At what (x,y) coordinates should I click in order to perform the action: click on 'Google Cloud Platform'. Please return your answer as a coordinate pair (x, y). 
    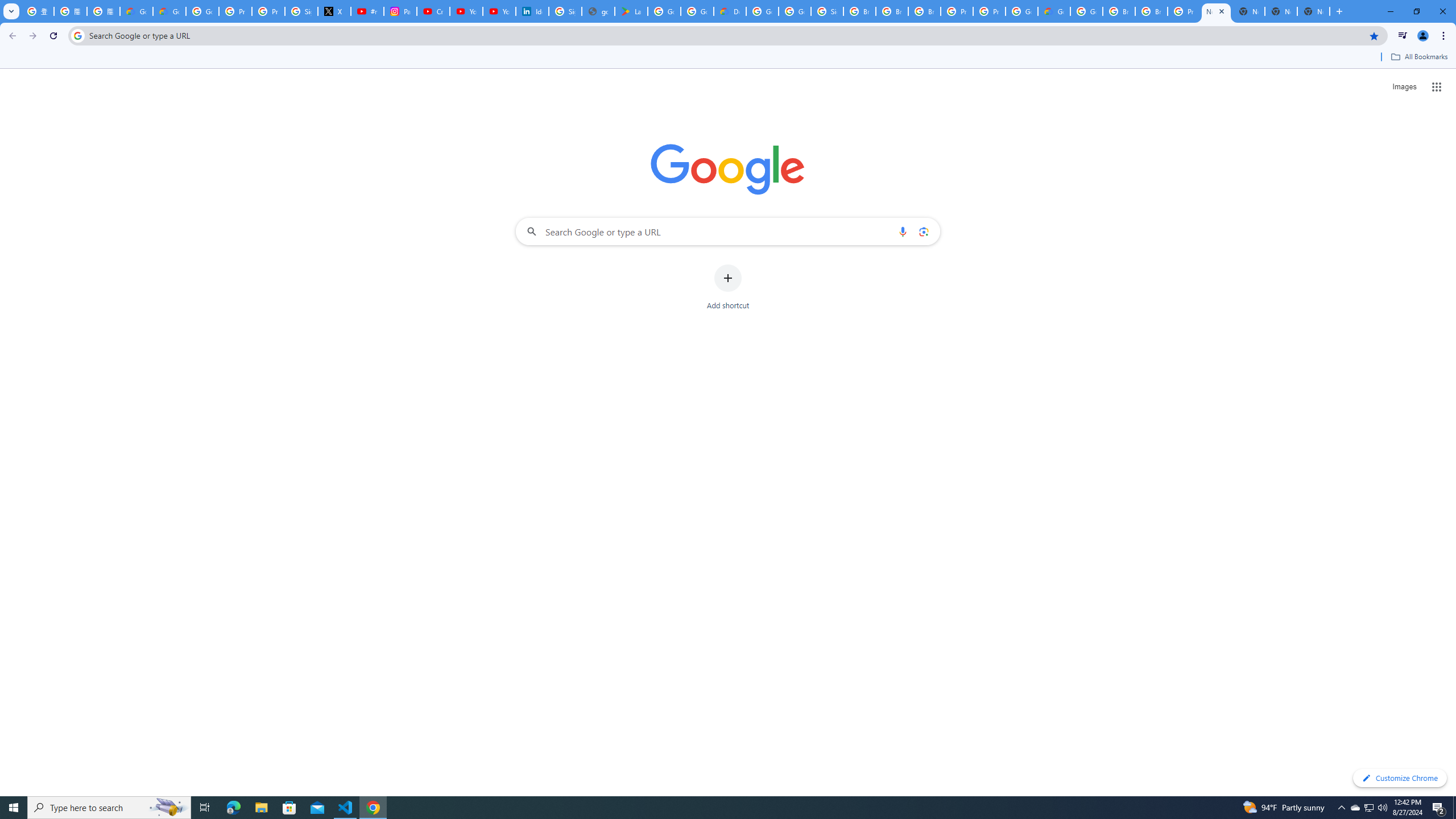
    Looking at the image, I should click on (1087, 11).